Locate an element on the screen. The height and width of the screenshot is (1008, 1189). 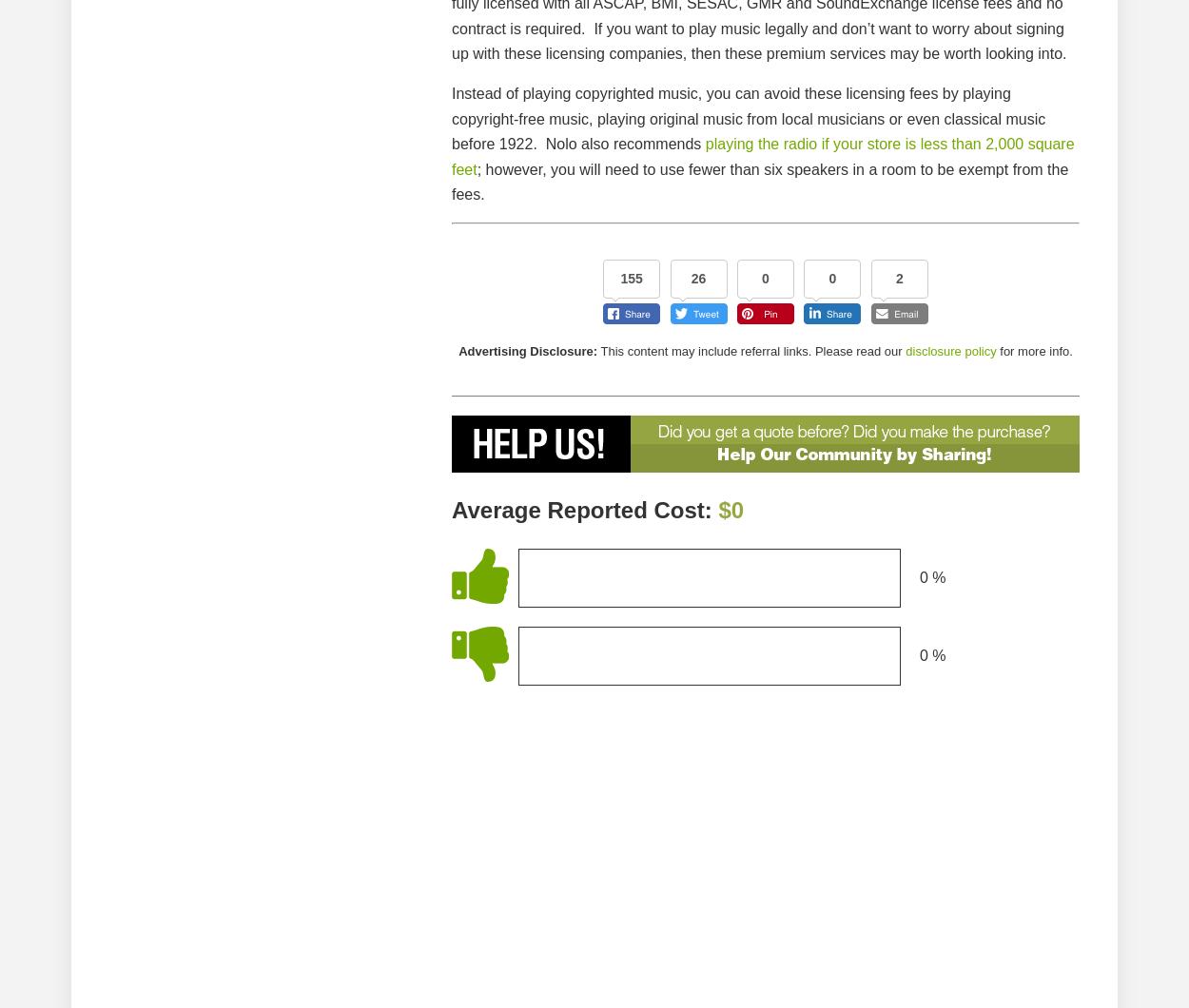
'Average Reported Cost:' is located at coordinates (584, 510).